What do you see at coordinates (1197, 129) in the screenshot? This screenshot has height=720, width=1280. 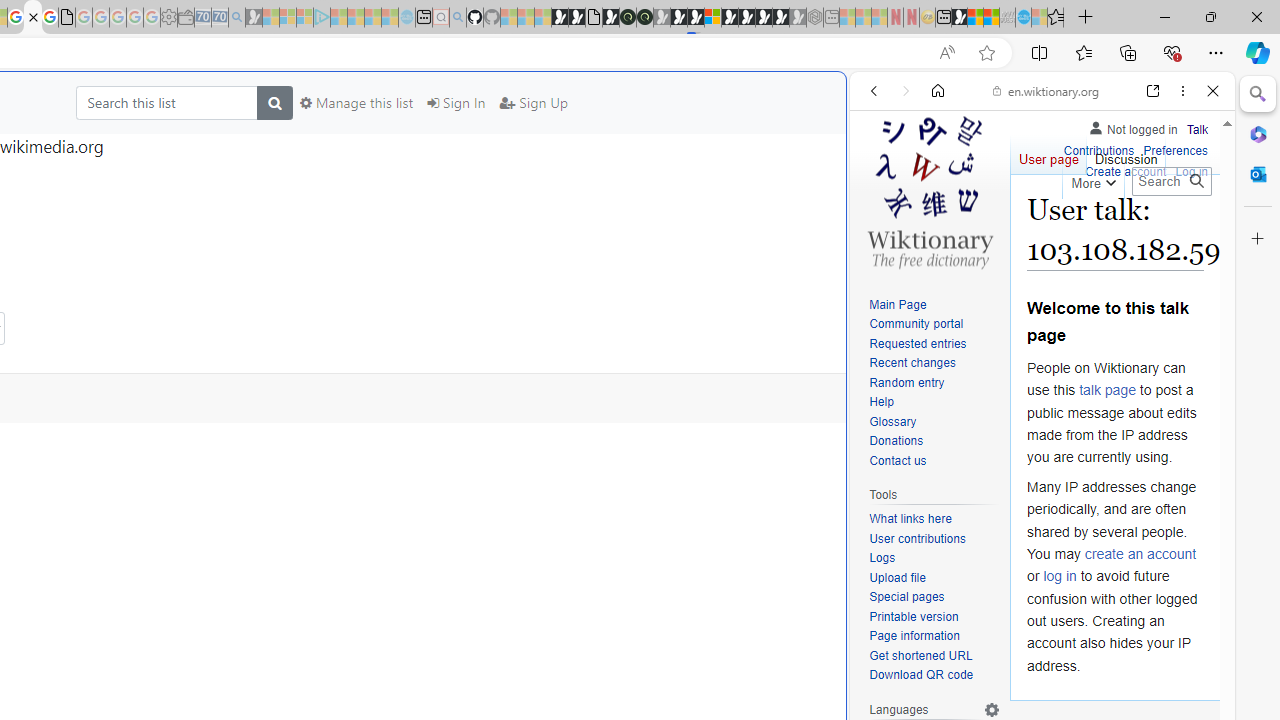 I see `'Talk'` at bounding box center [1197, 129].